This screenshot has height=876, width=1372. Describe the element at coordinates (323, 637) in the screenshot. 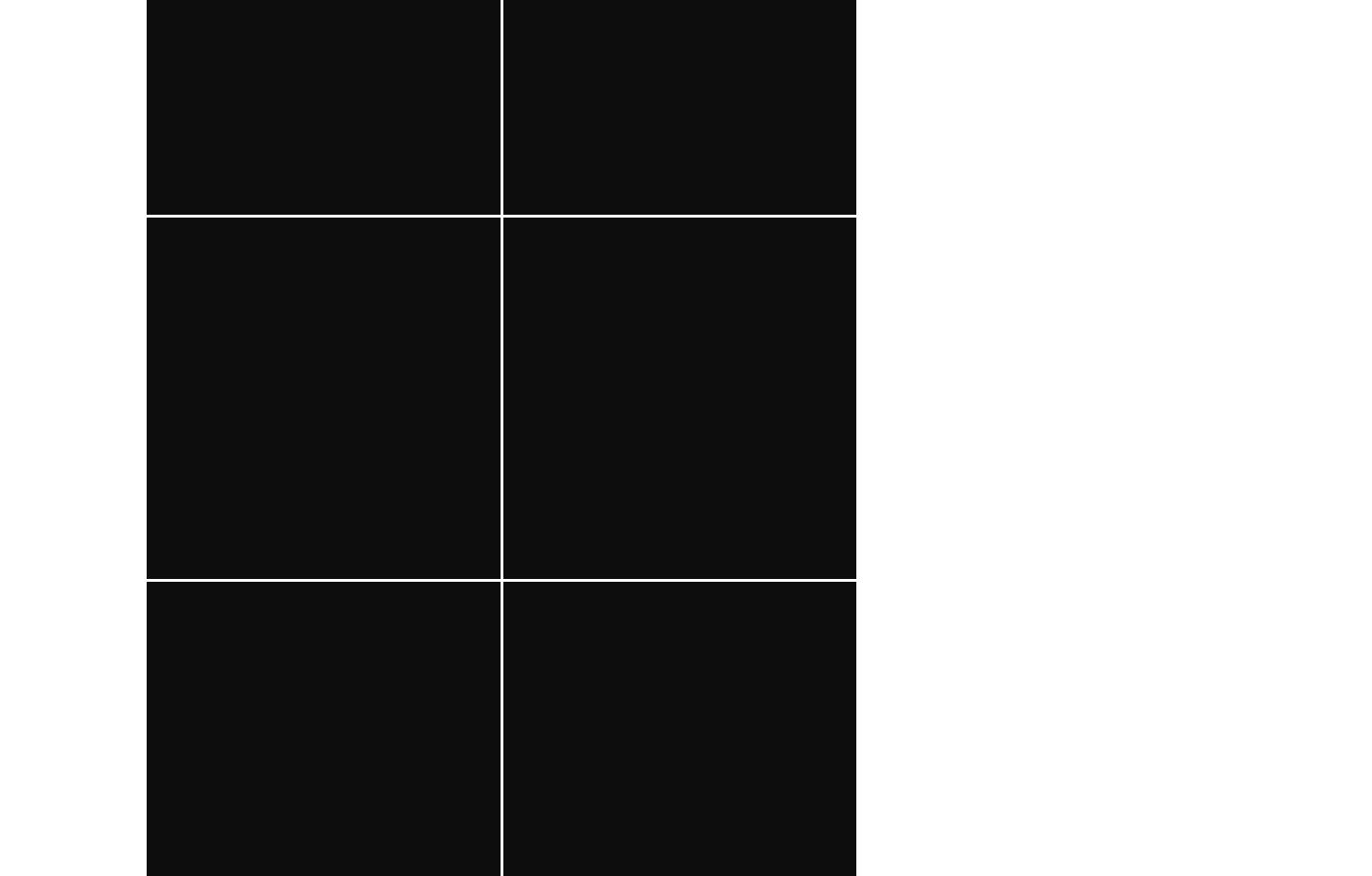

I see `'Shoreworld: Yawn Mower—Why Work Harder Than You Have To'` at that location.